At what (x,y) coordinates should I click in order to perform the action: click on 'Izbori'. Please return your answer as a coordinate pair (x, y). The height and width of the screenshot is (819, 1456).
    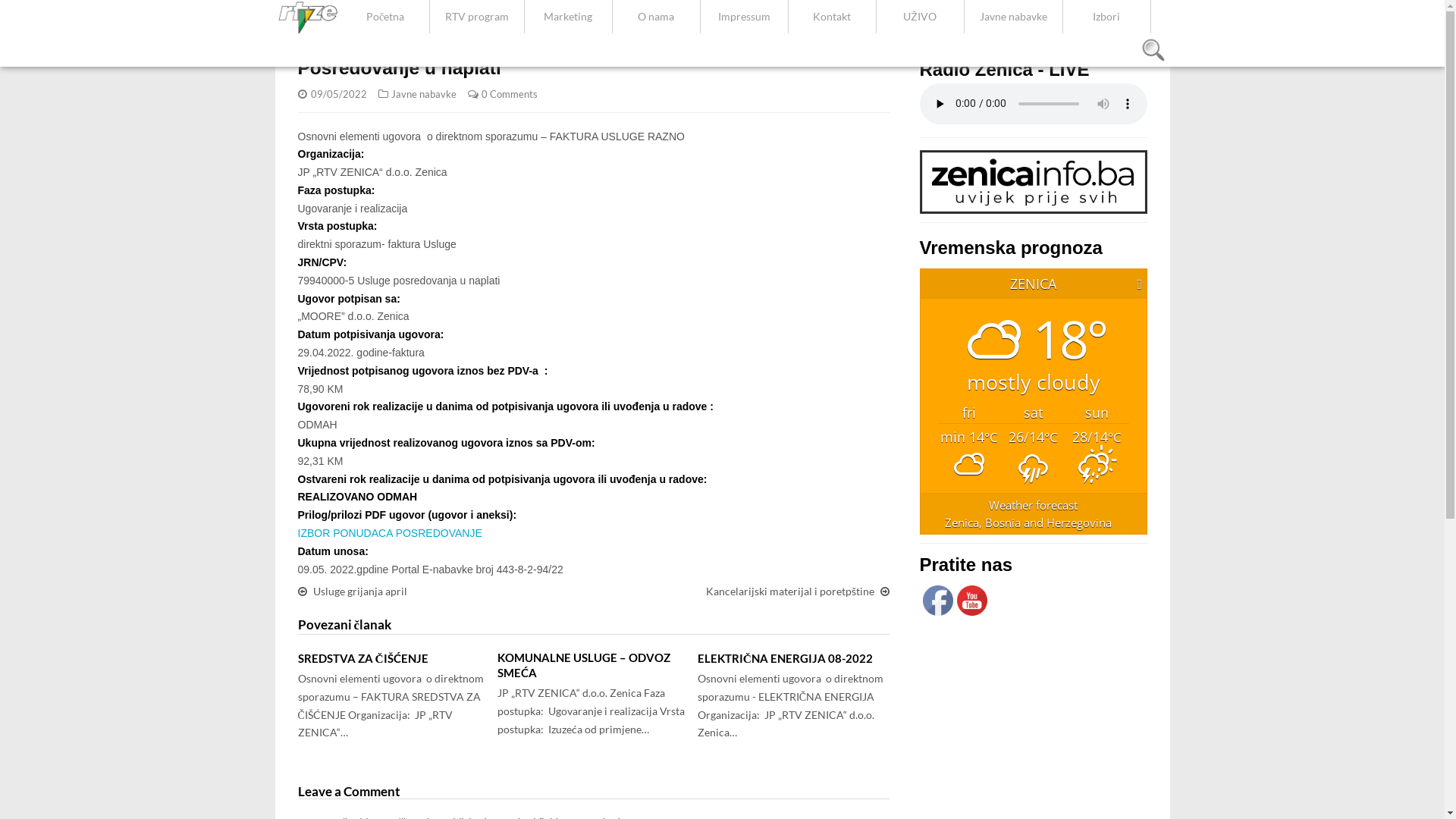
    Looking at the image, I should click on (1106, 17).